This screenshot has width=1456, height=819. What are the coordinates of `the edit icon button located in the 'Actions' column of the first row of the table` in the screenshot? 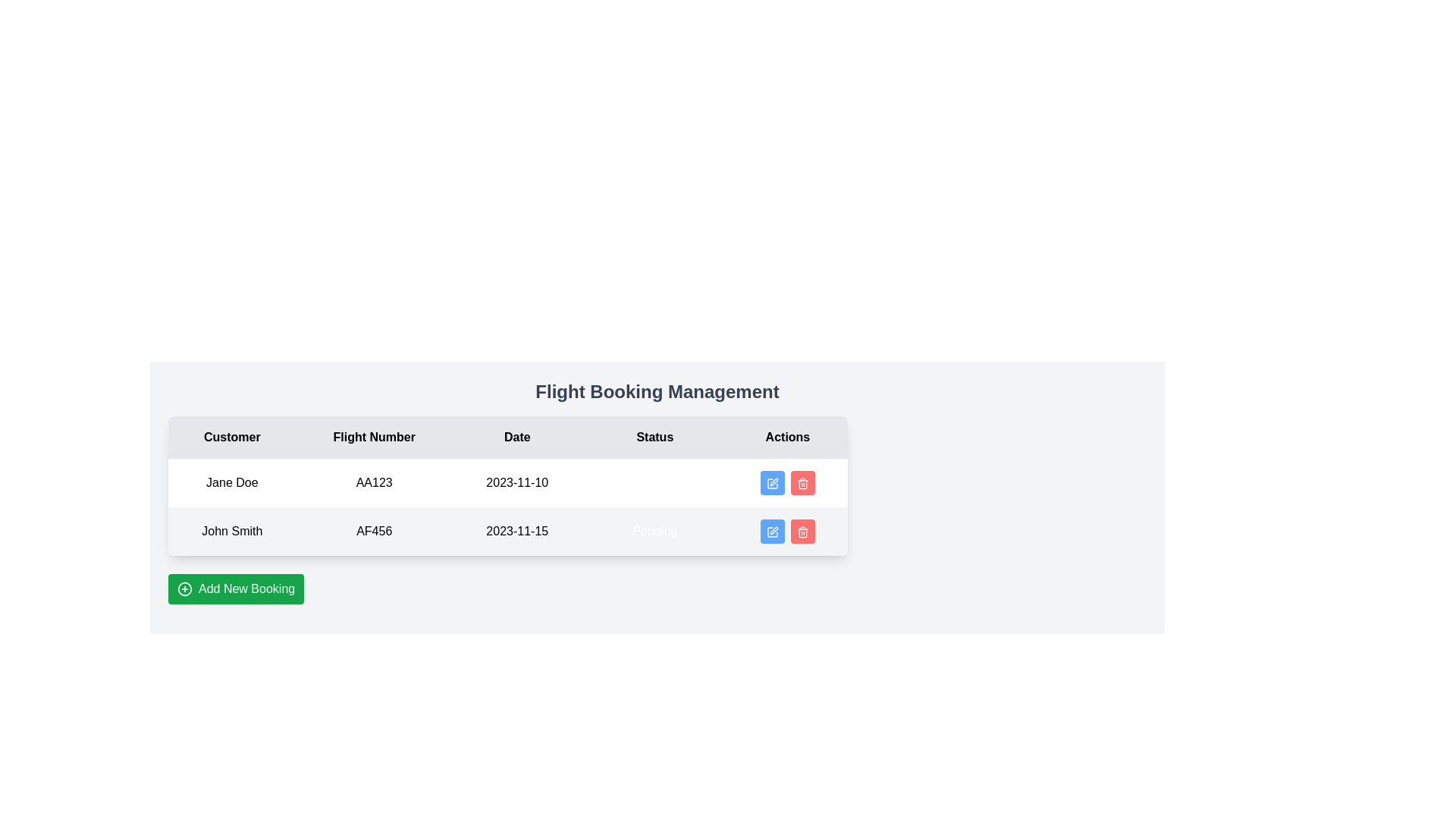 It's located at (772, 483).